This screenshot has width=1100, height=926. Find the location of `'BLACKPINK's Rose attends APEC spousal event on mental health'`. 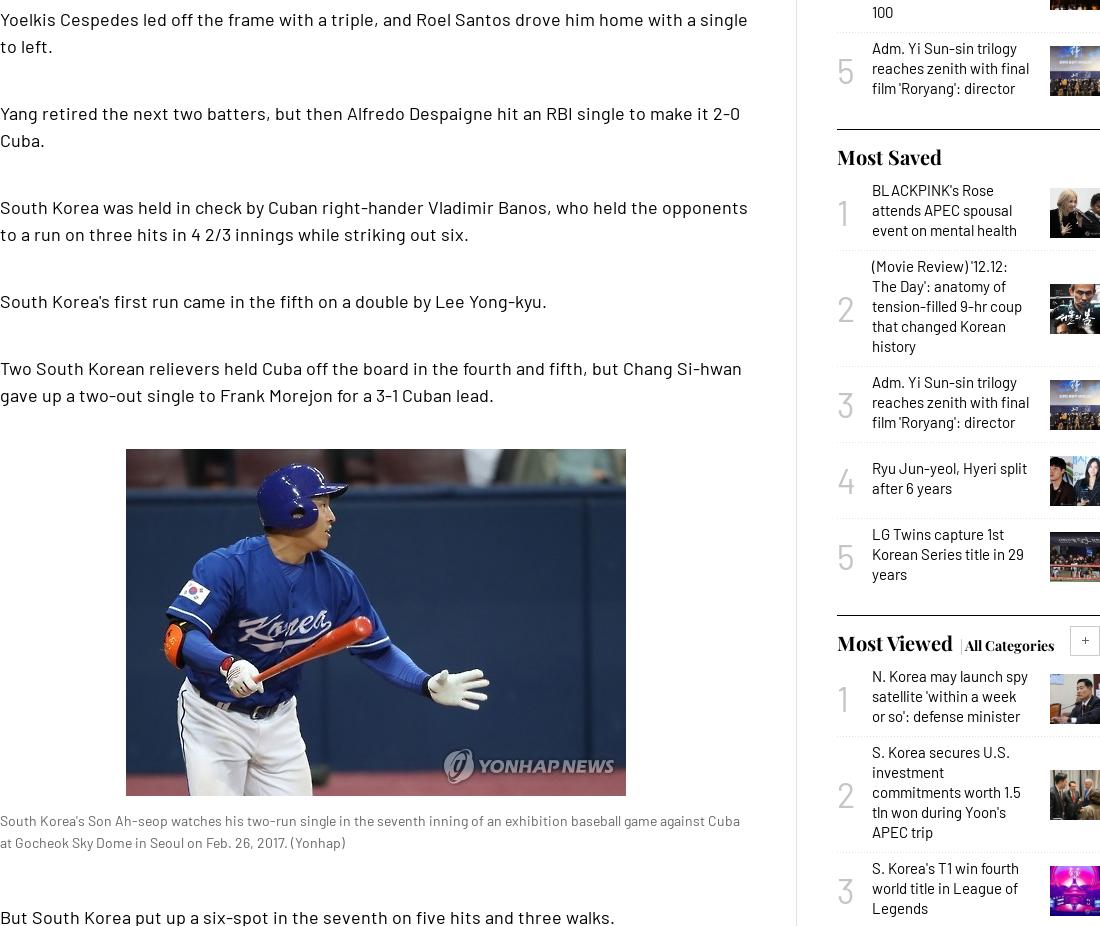

'BLACKPINK's Rose attends APEC spousal event on mental health' is located at coordinates (944, 209).